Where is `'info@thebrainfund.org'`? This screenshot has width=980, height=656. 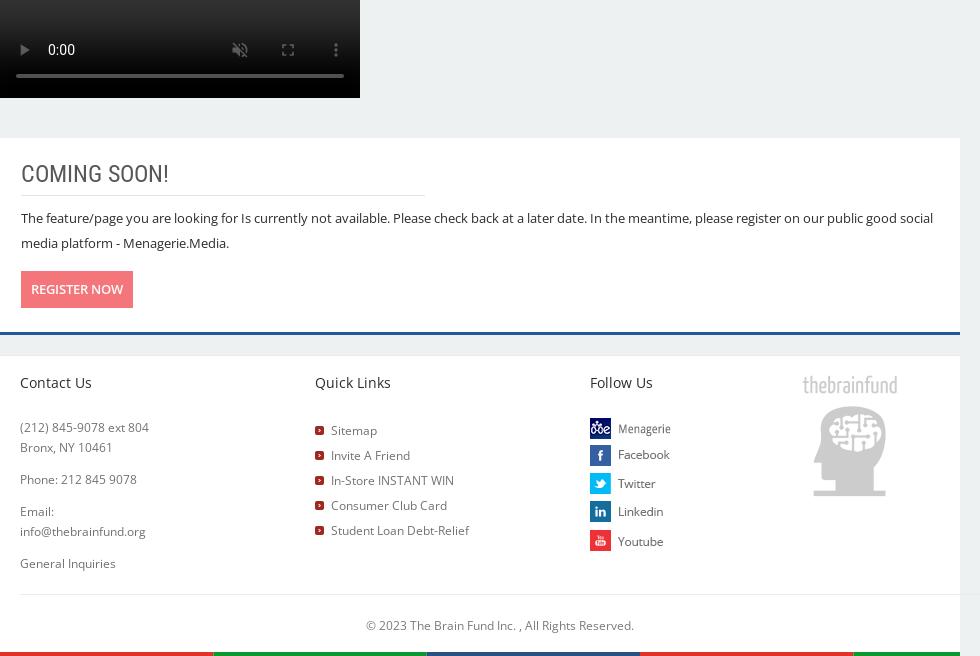
'info@thebrainfund.org' is located at coordinates (83, 531).